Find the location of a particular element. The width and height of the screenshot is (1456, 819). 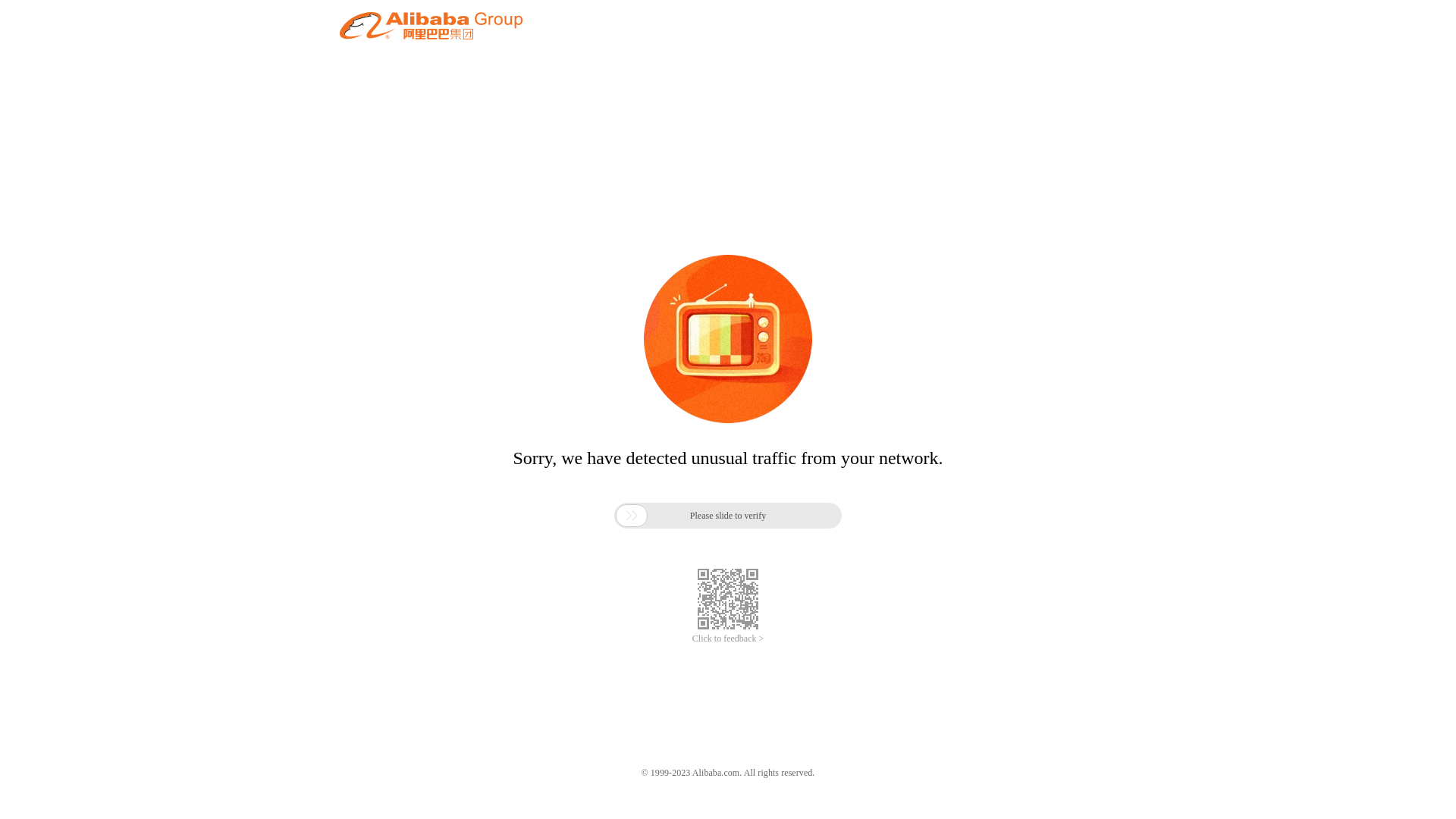

'Click to feedback >' is located at coordinates (691, 639).